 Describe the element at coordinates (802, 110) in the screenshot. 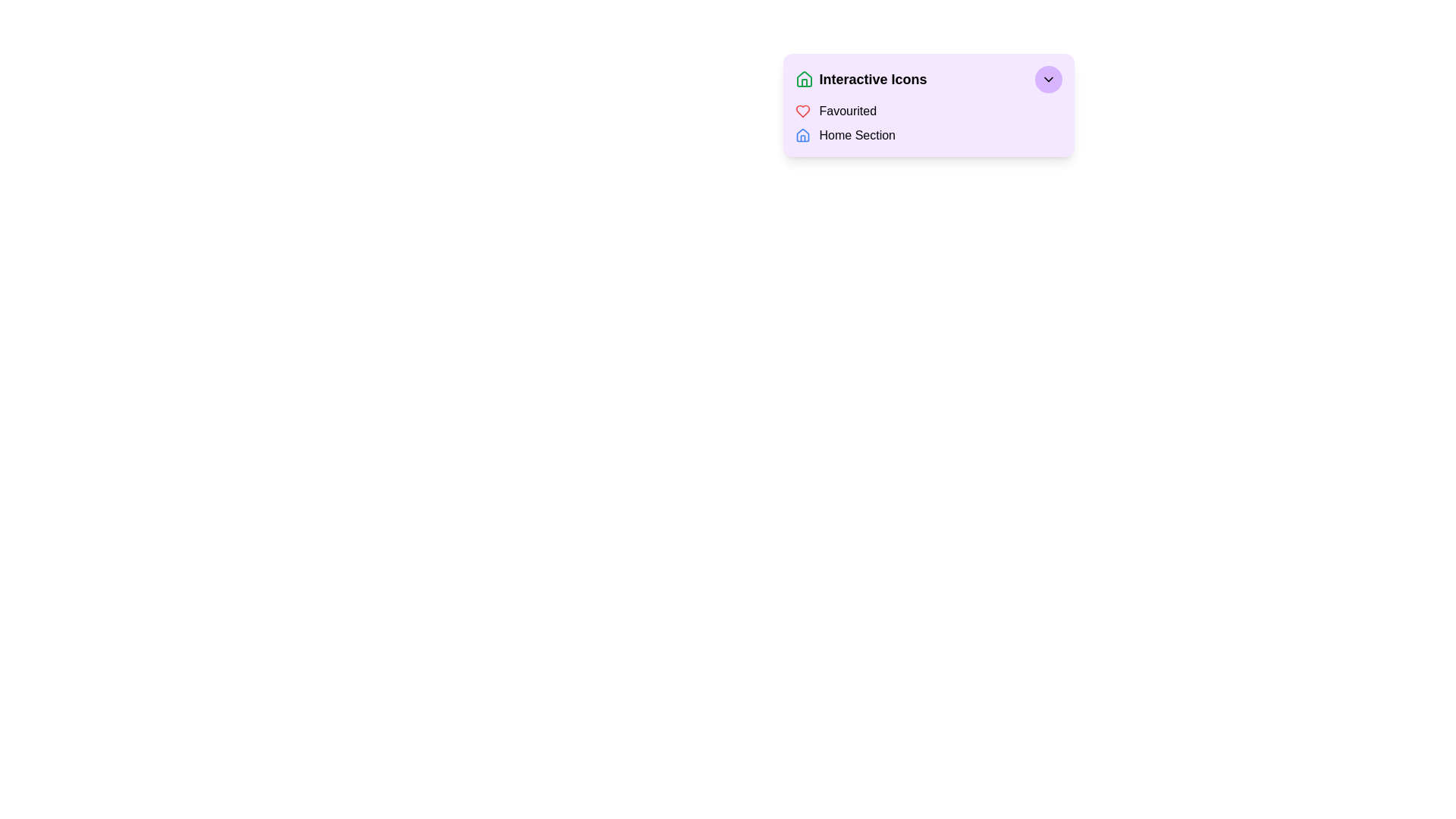

I see `the heart-shaped icon in the second row of the 'Interactive Icons' purple menu box` at that location.